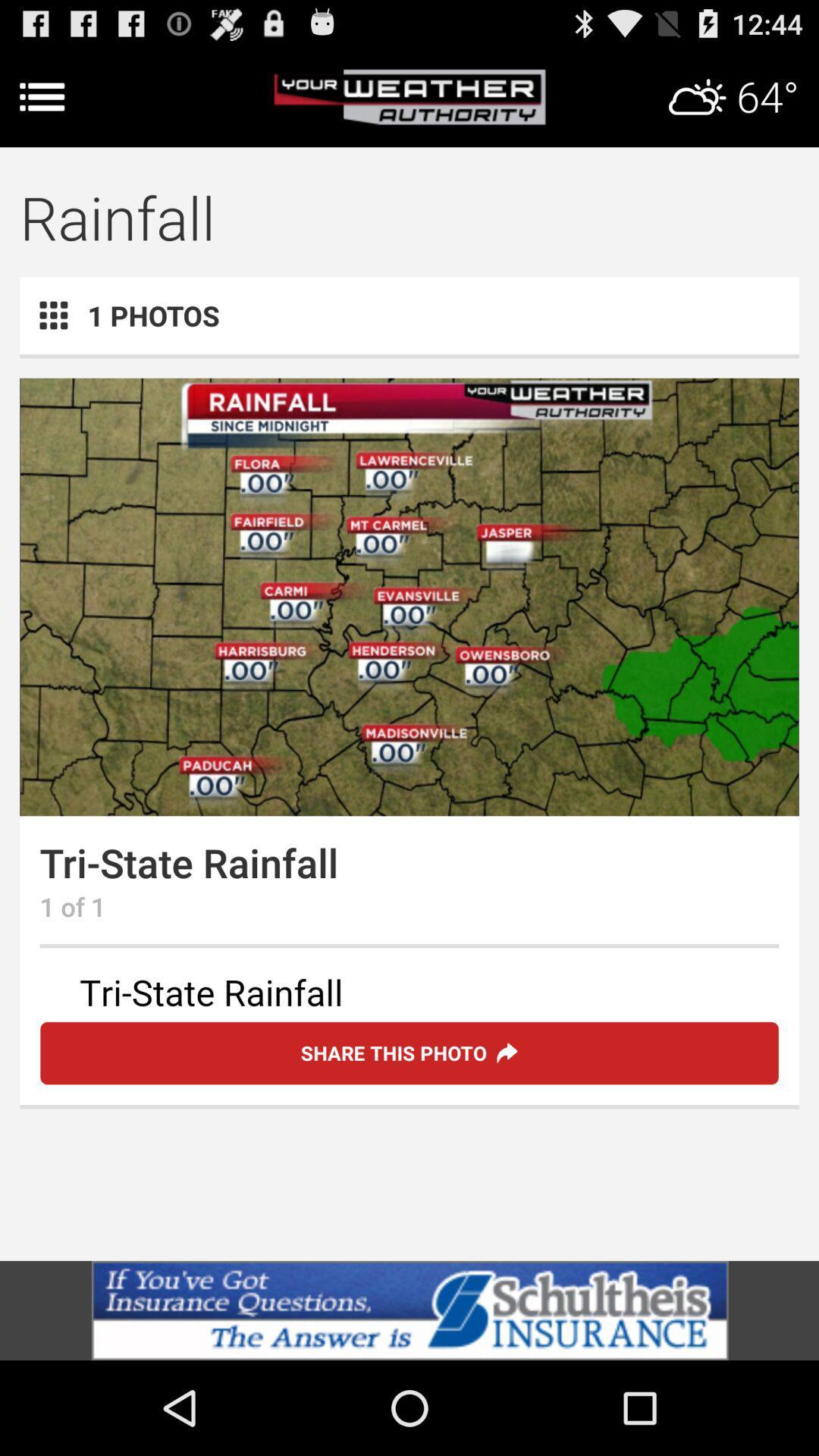 Image resolution: width=819 pixels, height=1456 pixels. Describe the element at coordinates (409, 994) in the screenshot. I see `click discription` at that location.